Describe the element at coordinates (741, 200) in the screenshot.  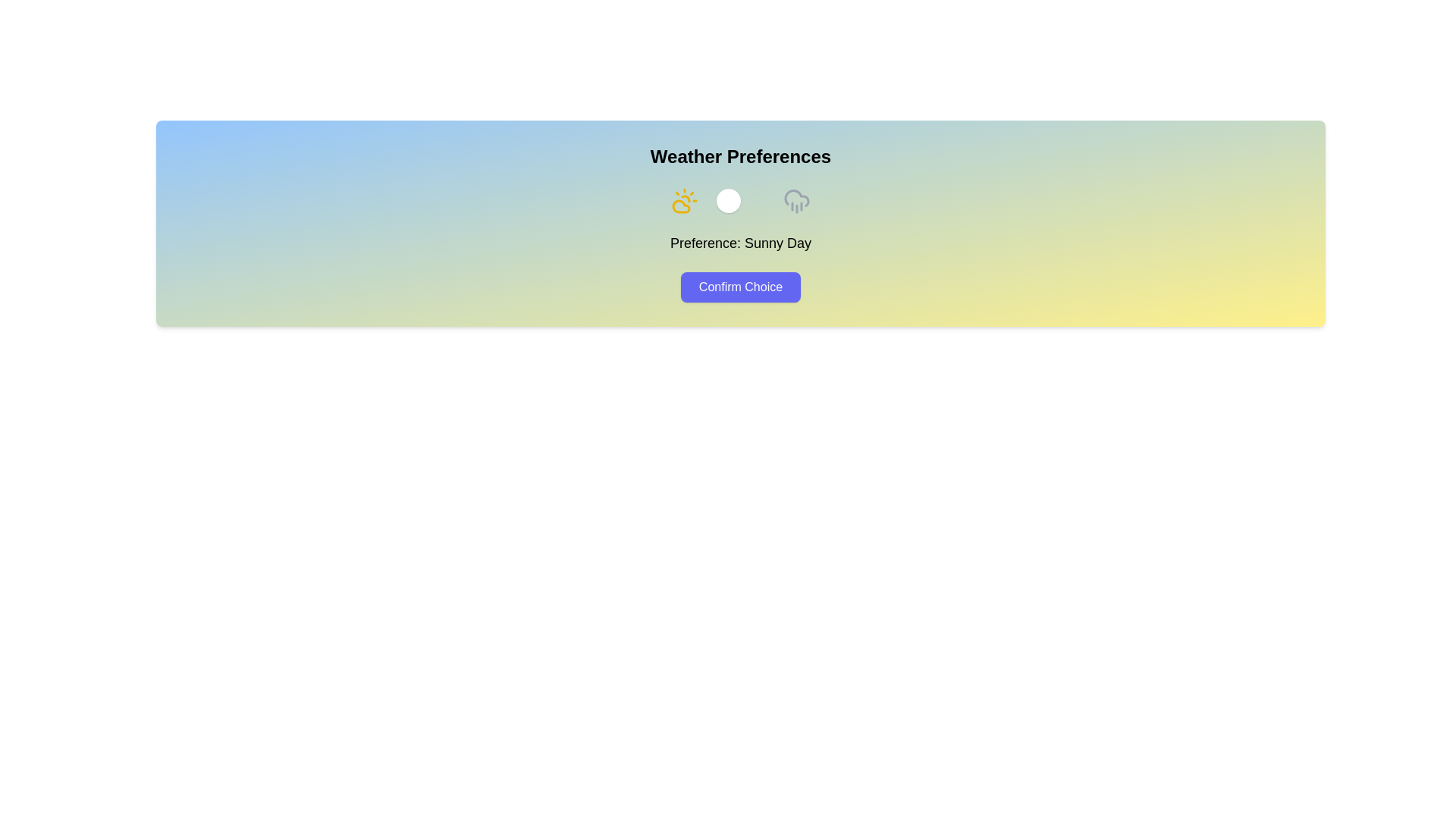
I see `toggle button to switch the weather preference` at that location.